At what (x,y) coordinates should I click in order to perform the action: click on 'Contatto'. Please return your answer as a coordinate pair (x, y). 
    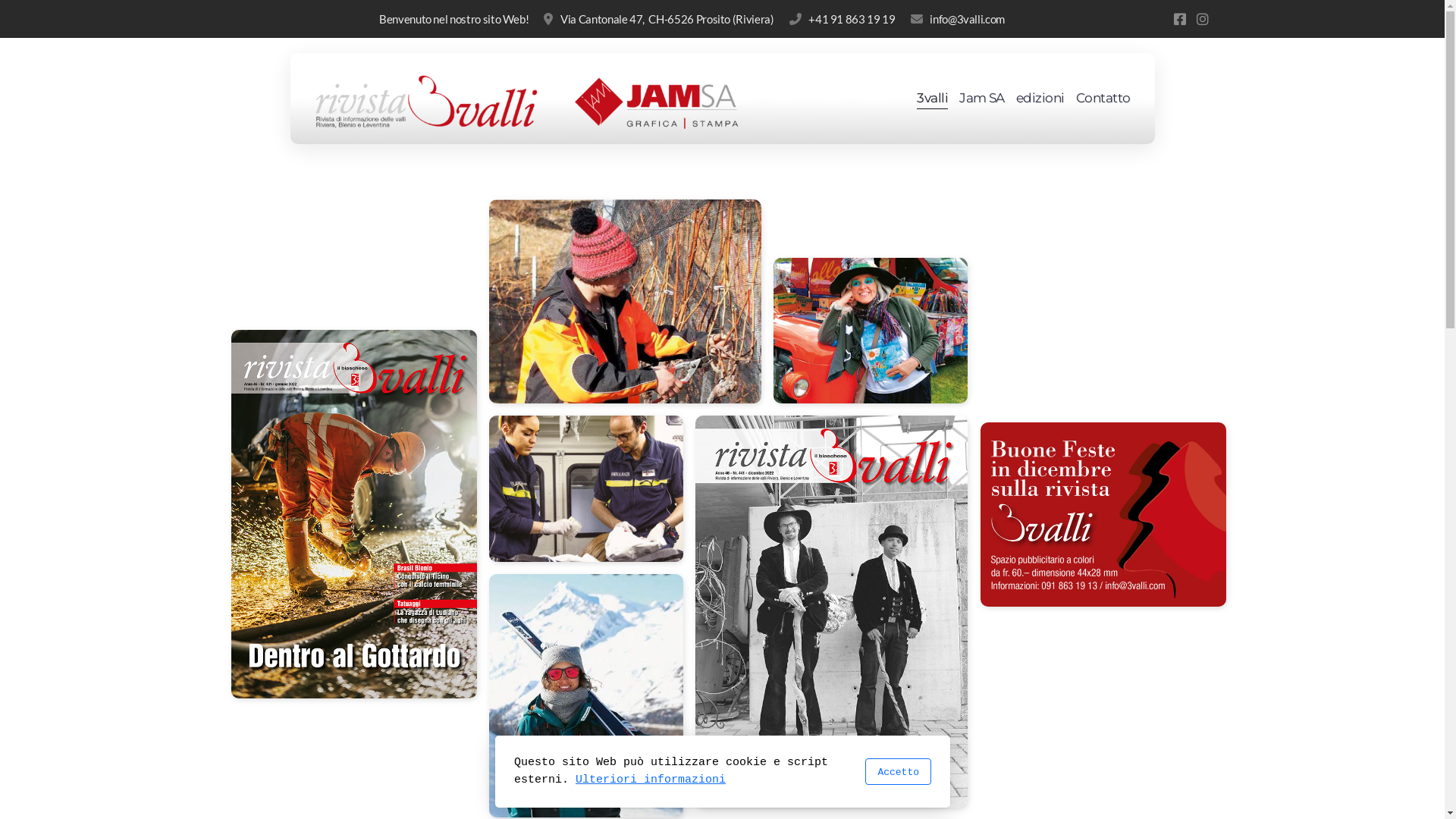
    Looking at the image, I should click on (1103, 99).